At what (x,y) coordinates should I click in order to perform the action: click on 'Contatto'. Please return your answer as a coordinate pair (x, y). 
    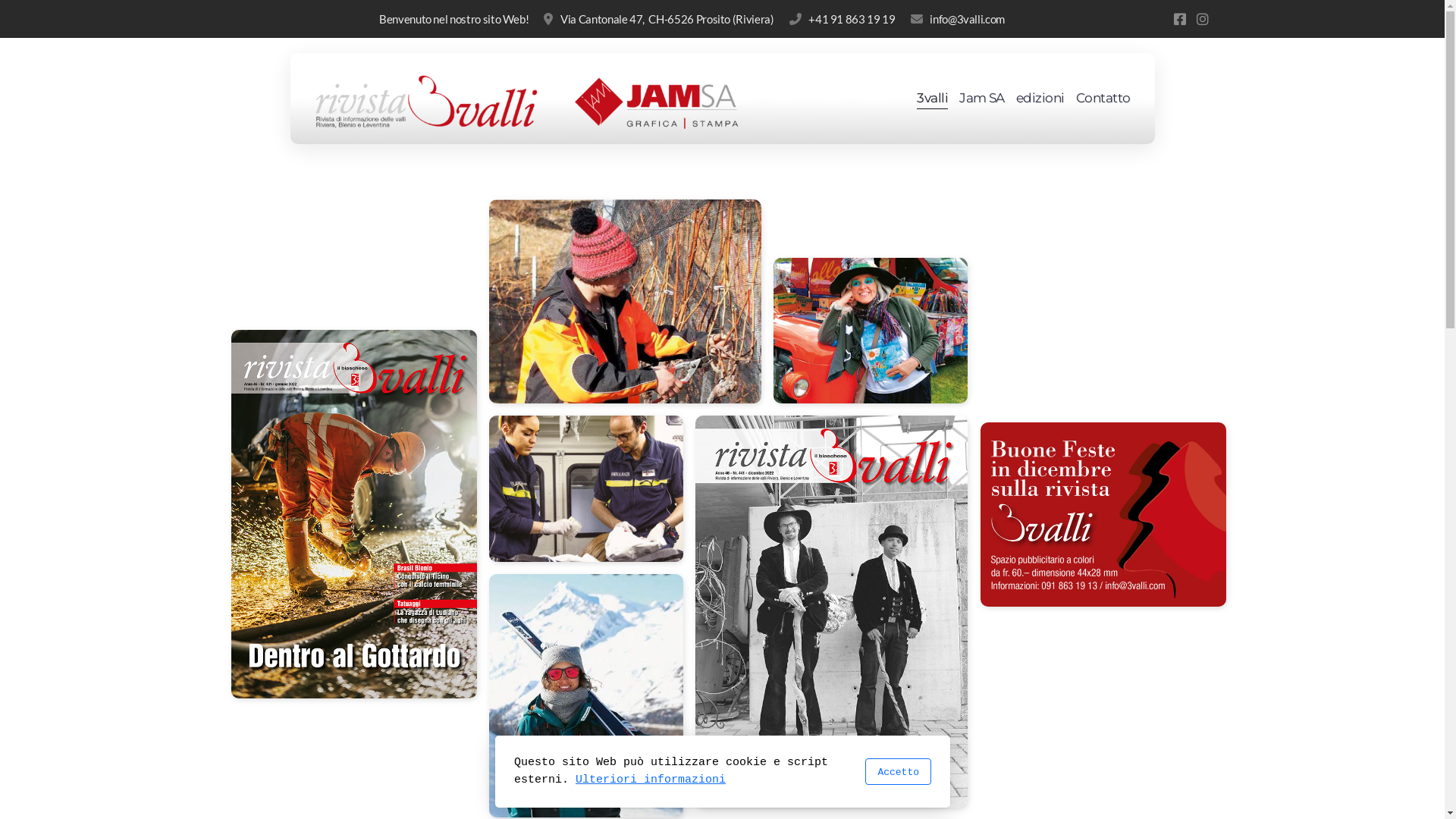
    Looking at the image, I should click on (1103, 99).